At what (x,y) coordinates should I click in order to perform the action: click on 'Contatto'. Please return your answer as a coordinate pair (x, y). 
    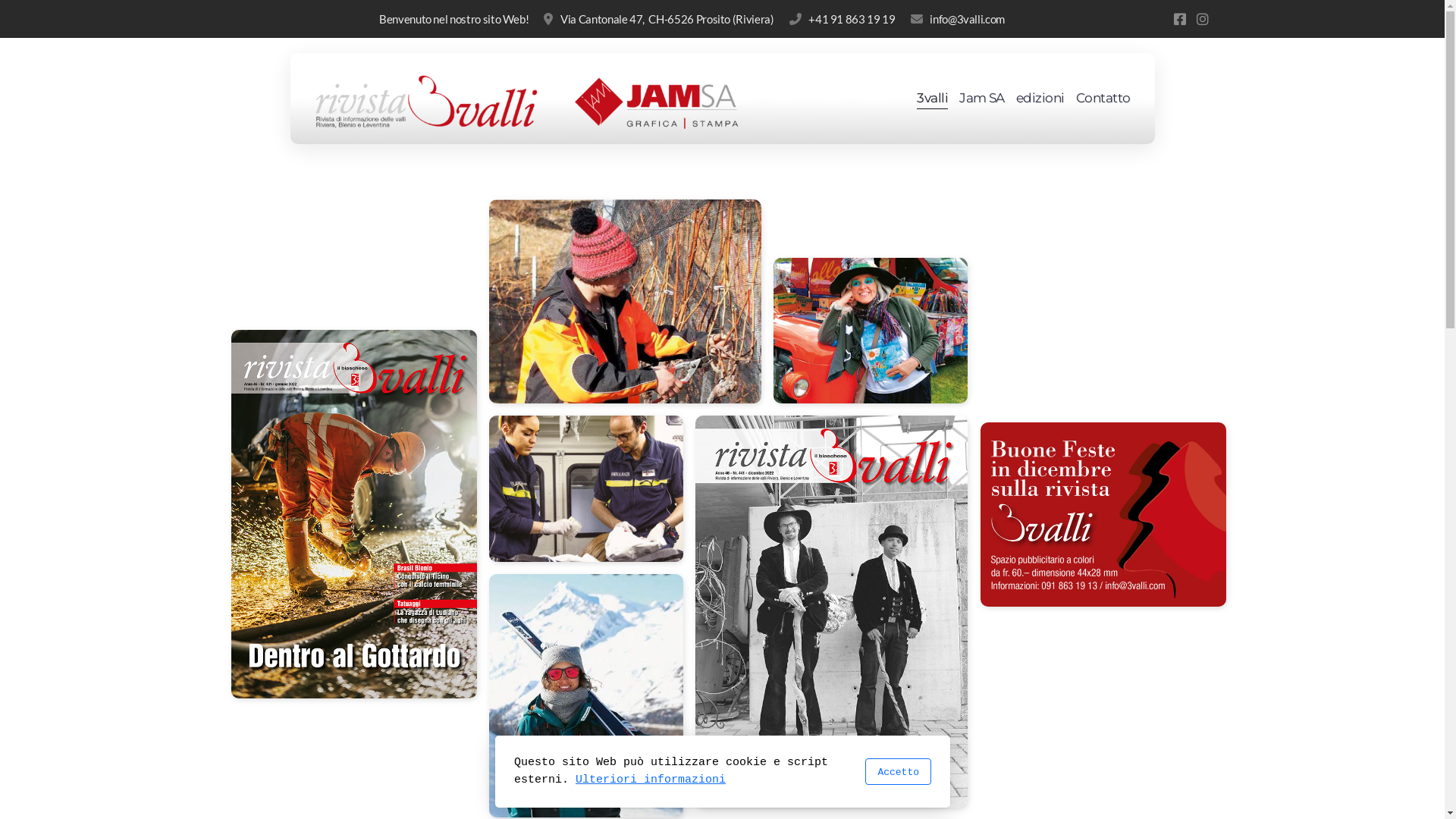
    Looking at the image, I should click on (1103, 99).